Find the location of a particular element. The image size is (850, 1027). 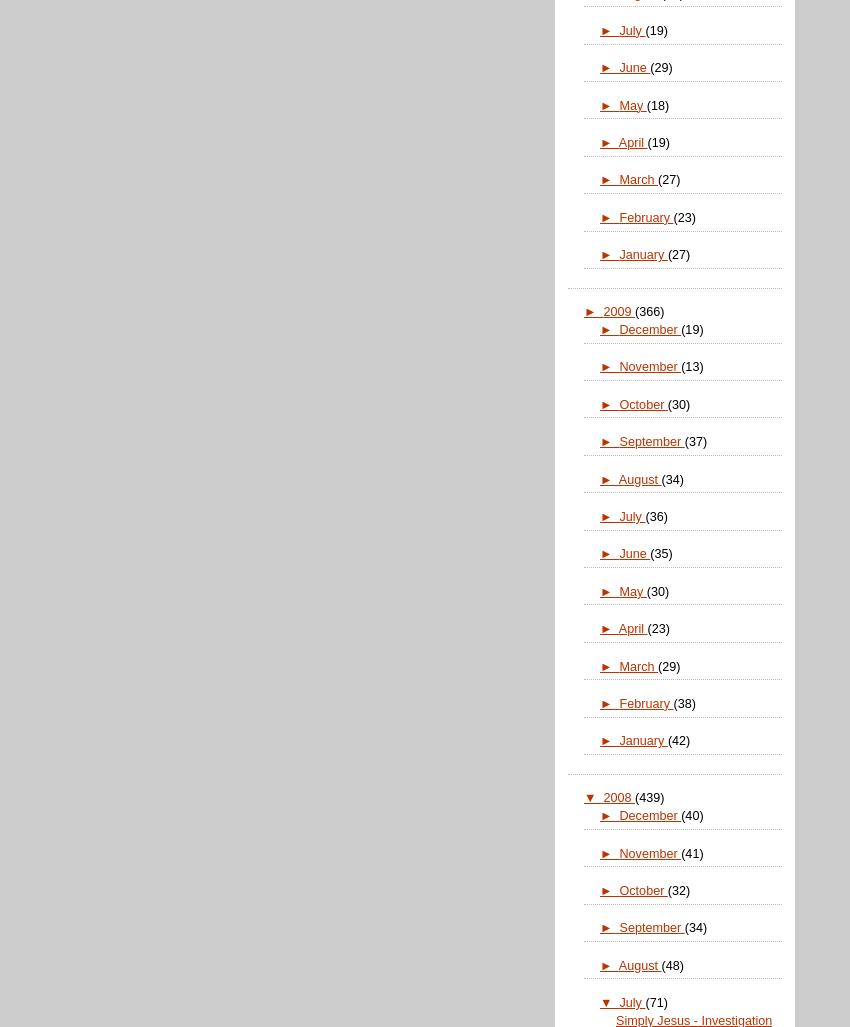

'2009' is located at coordinates (617, 311).